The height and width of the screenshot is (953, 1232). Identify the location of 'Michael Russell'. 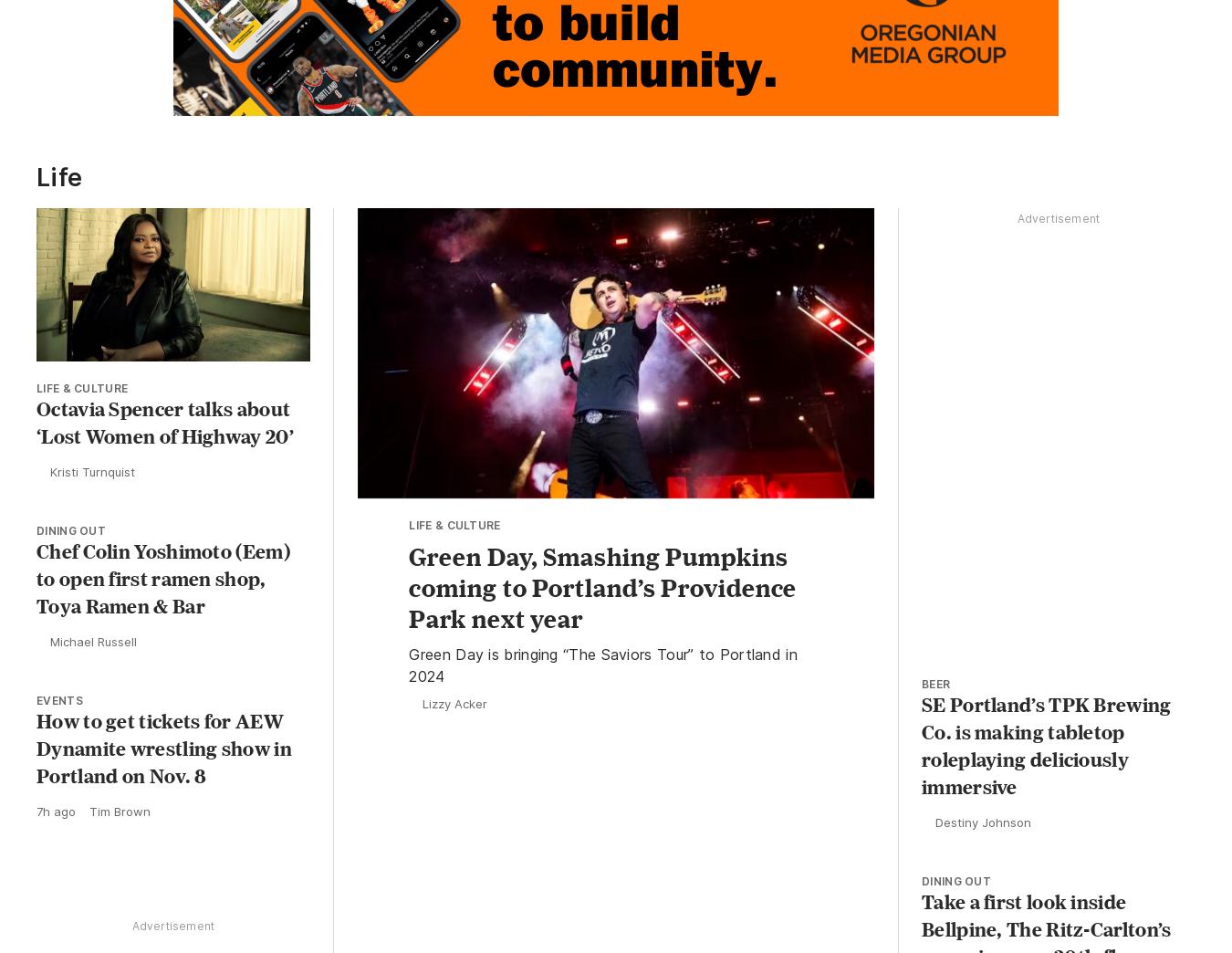
(92, 644).